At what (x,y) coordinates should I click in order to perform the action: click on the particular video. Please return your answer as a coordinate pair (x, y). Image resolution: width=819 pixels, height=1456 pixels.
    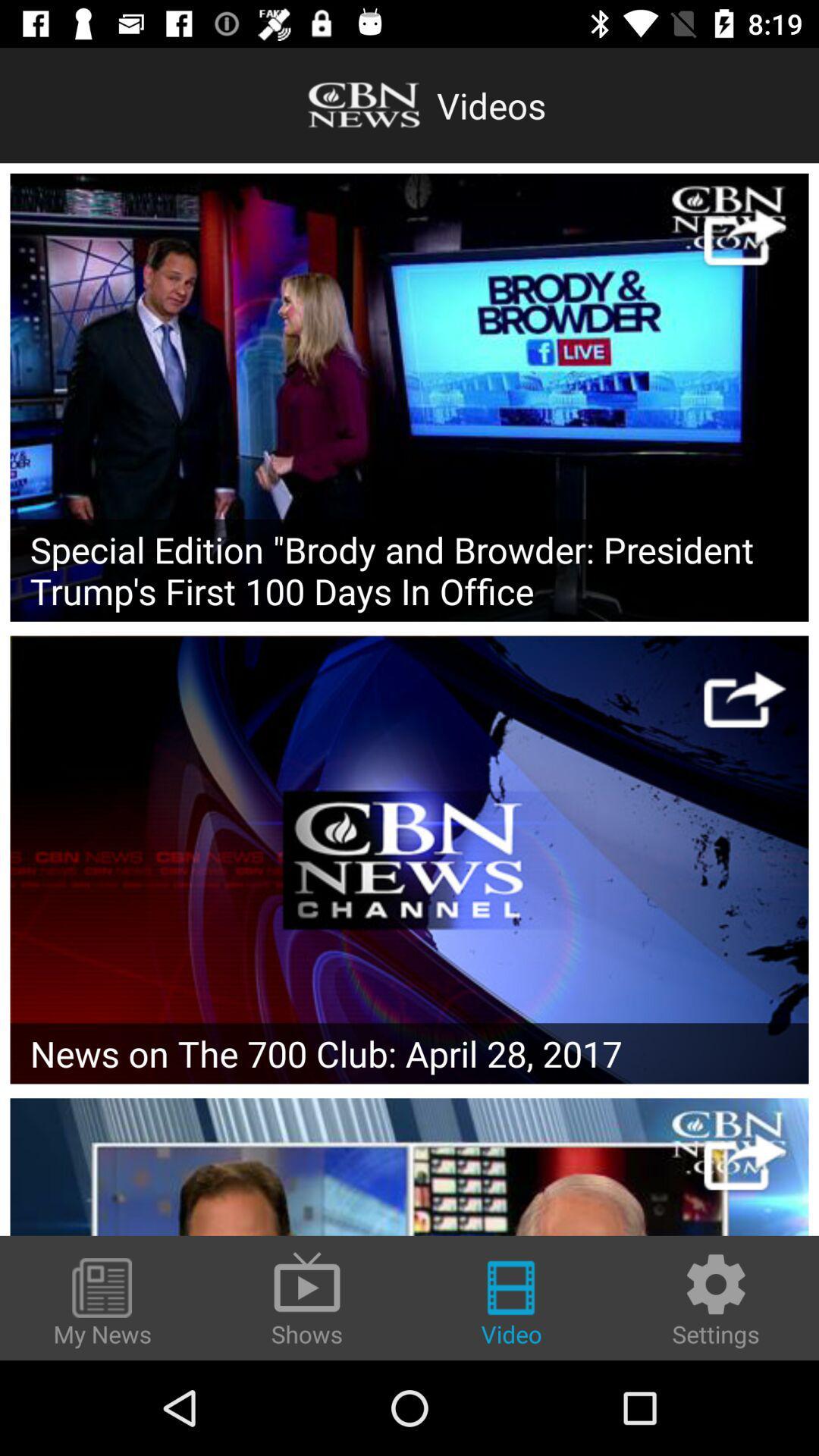
    Looking at the image, I should click on (409, 1166).